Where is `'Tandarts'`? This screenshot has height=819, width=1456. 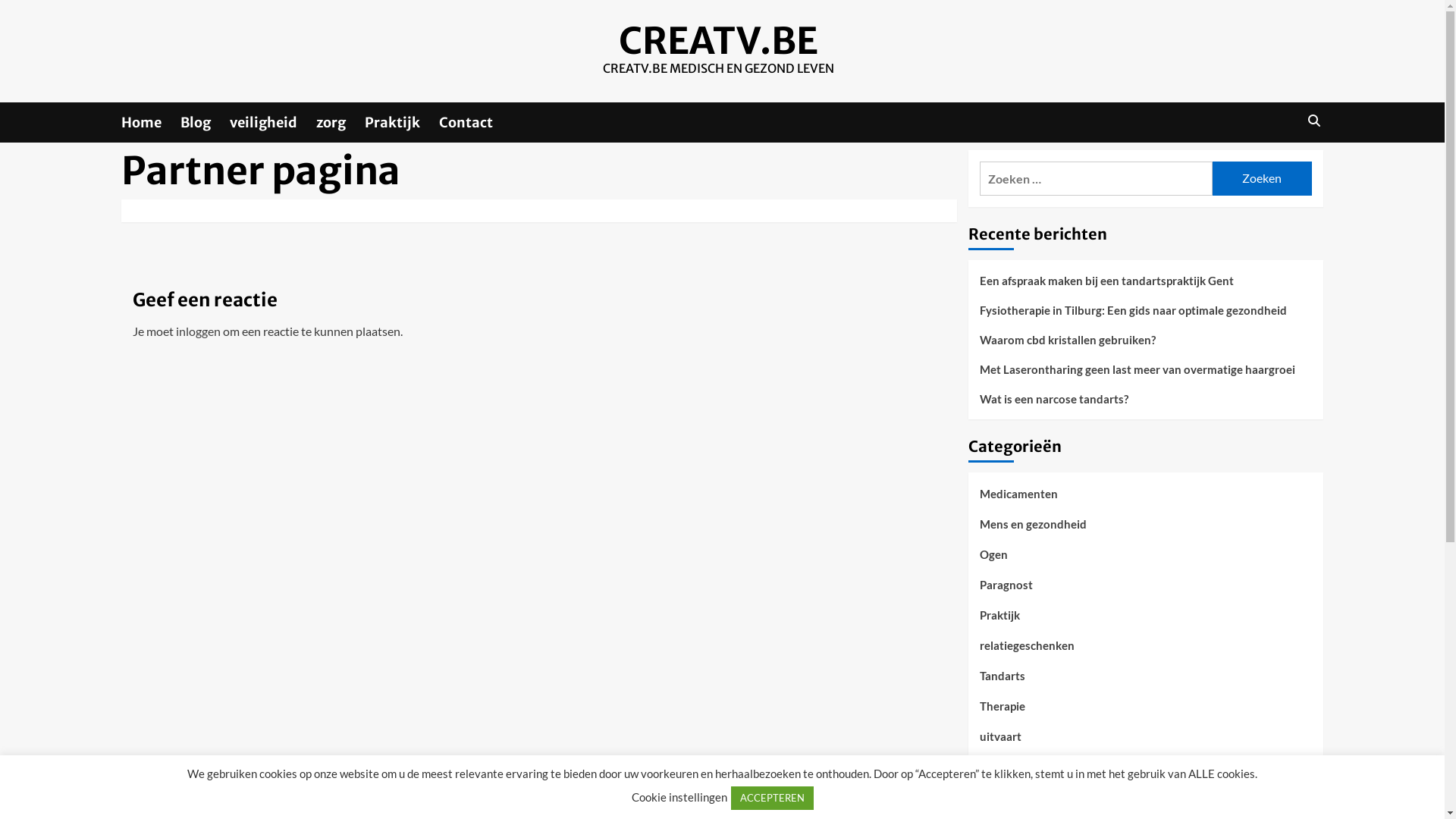 'Tandarts' is located at coordinates (979, 680).